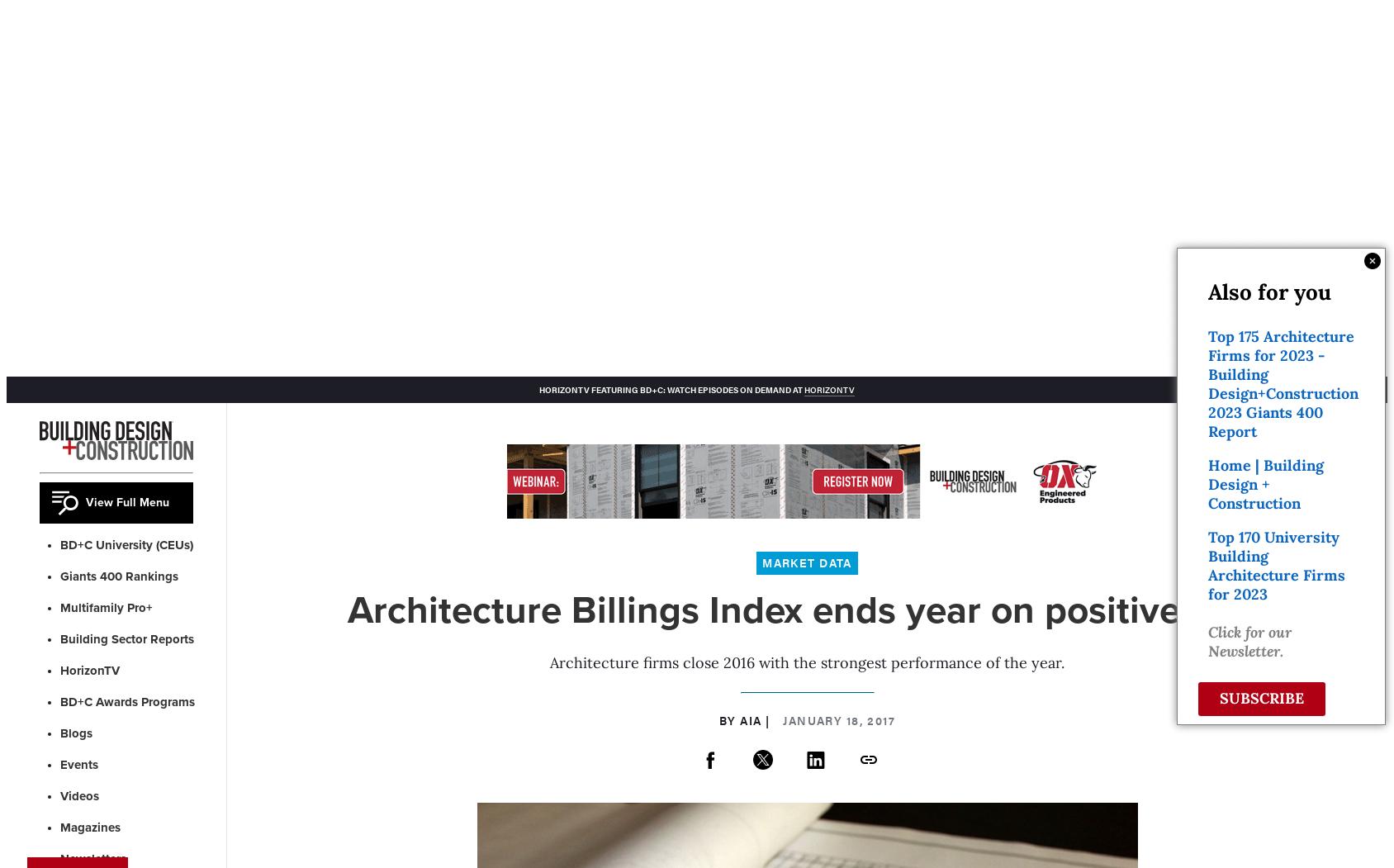  What do you see at coordinates (807, 562) in the screenshot?
I see `'Market Data'` at bounding box center [807, 562].